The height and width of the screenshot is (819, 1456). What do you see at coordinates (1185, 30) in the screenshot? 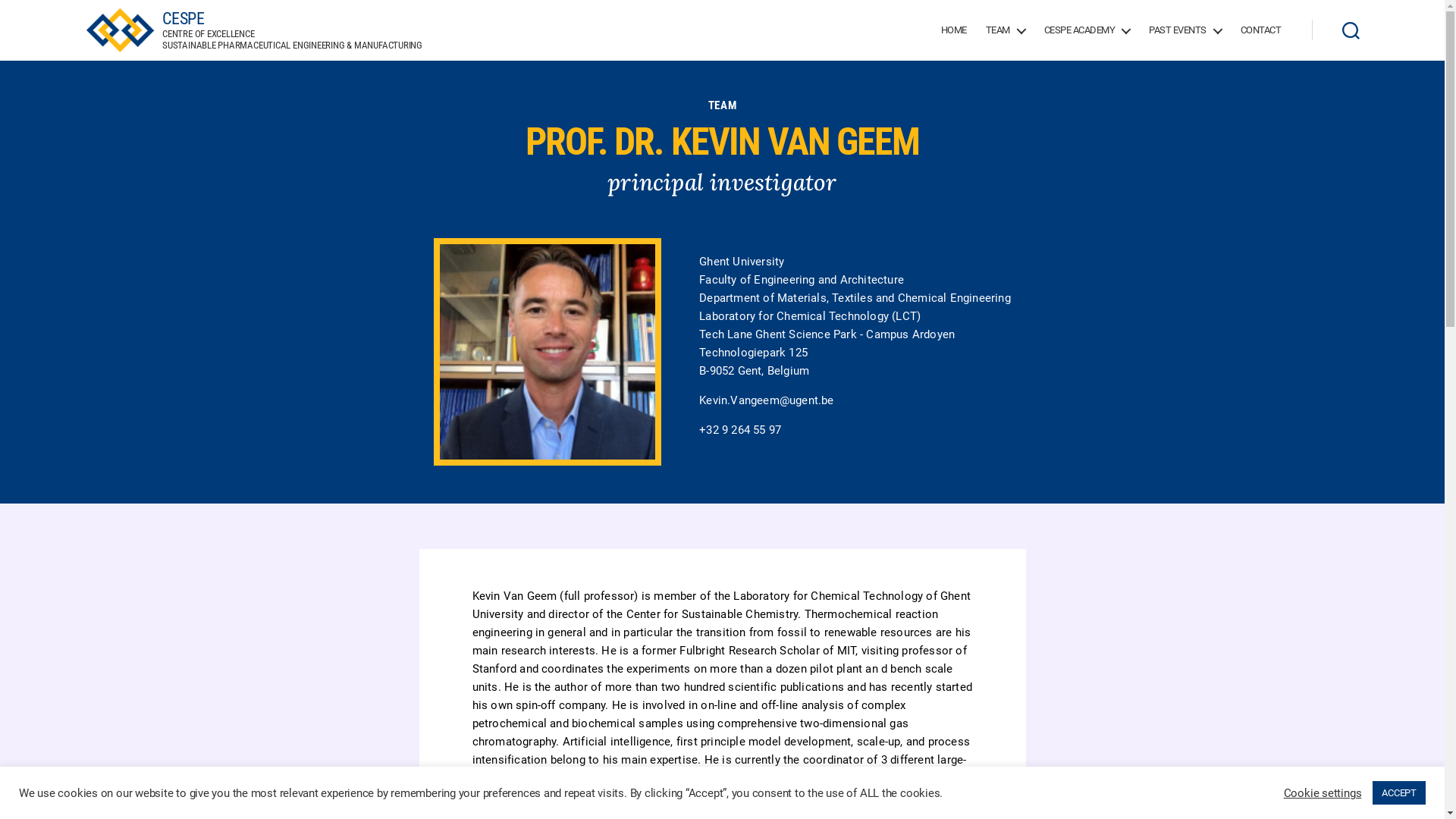
I see `'PAST EVENTS'` at bounding box center [1185, 30].